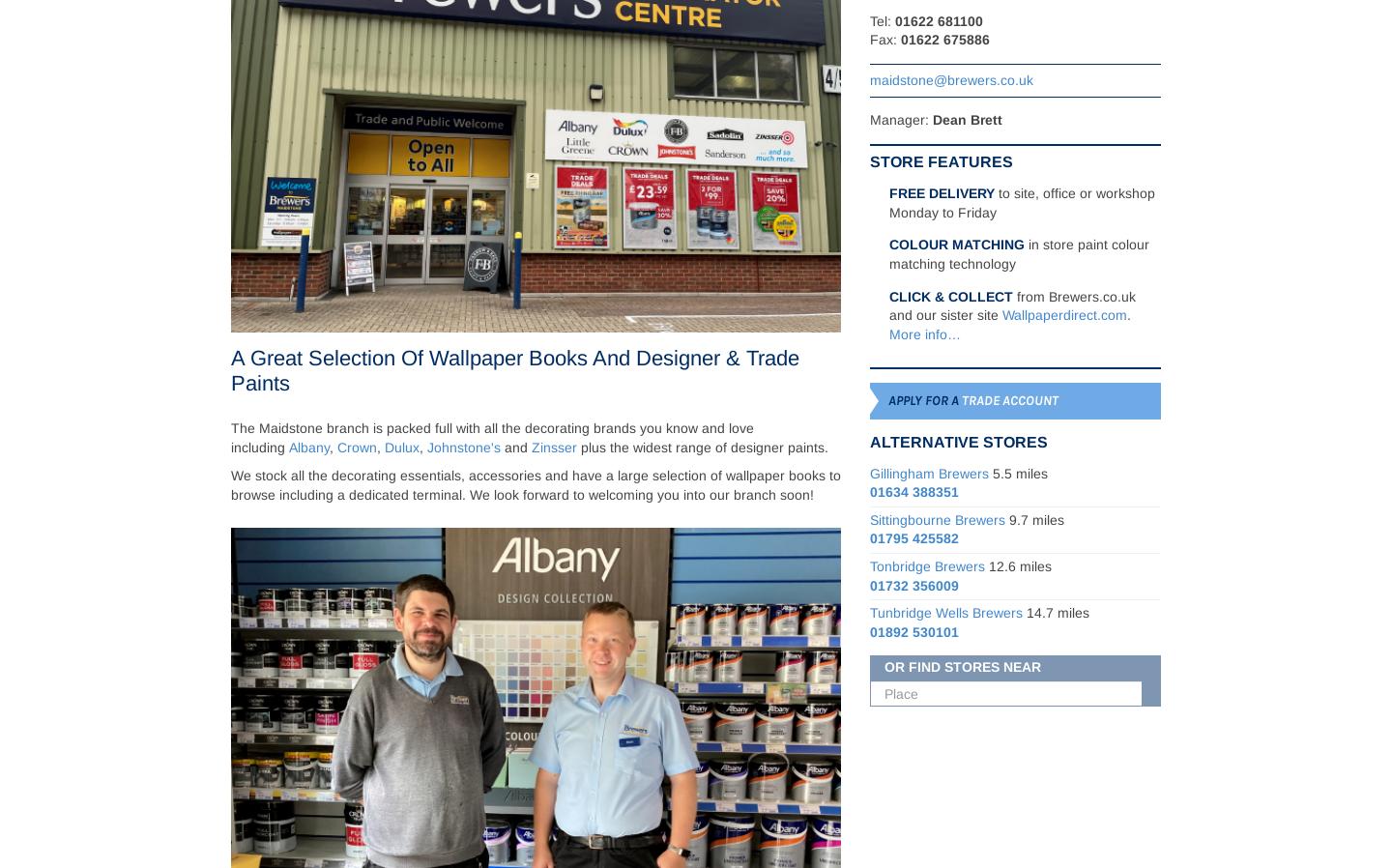 Image resolution: width=1392 pixels, height=868 pixels. What do you see at coordinates (923, 399) in the screenshot?
I see `'Apply for a'` at bounding box center [923, 399].